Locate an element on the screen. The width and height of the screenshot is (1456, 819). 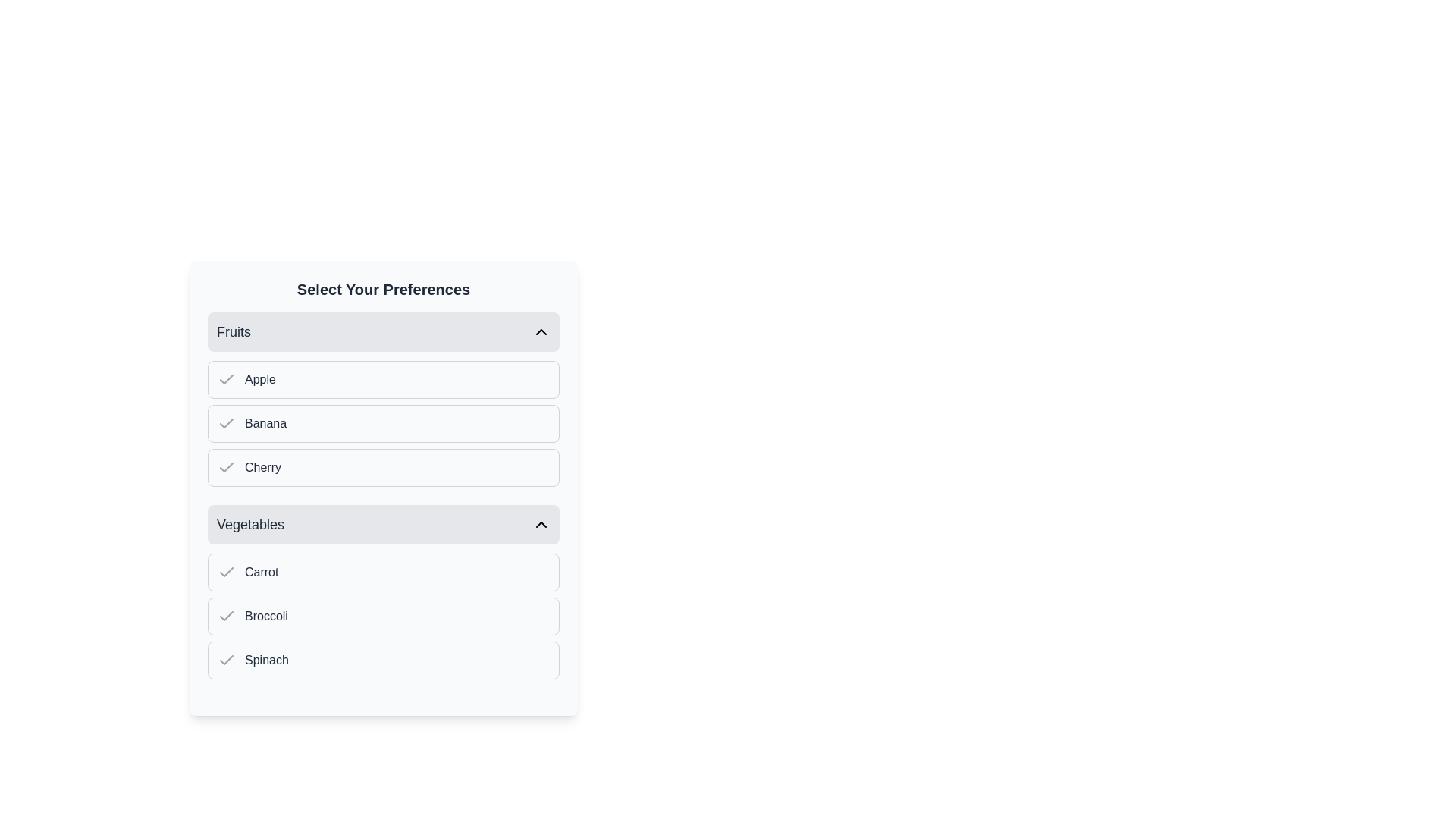
the text label 'Apple' located in the 'Fruits' section of the preference selection panel is located at coordinates (260, 379).